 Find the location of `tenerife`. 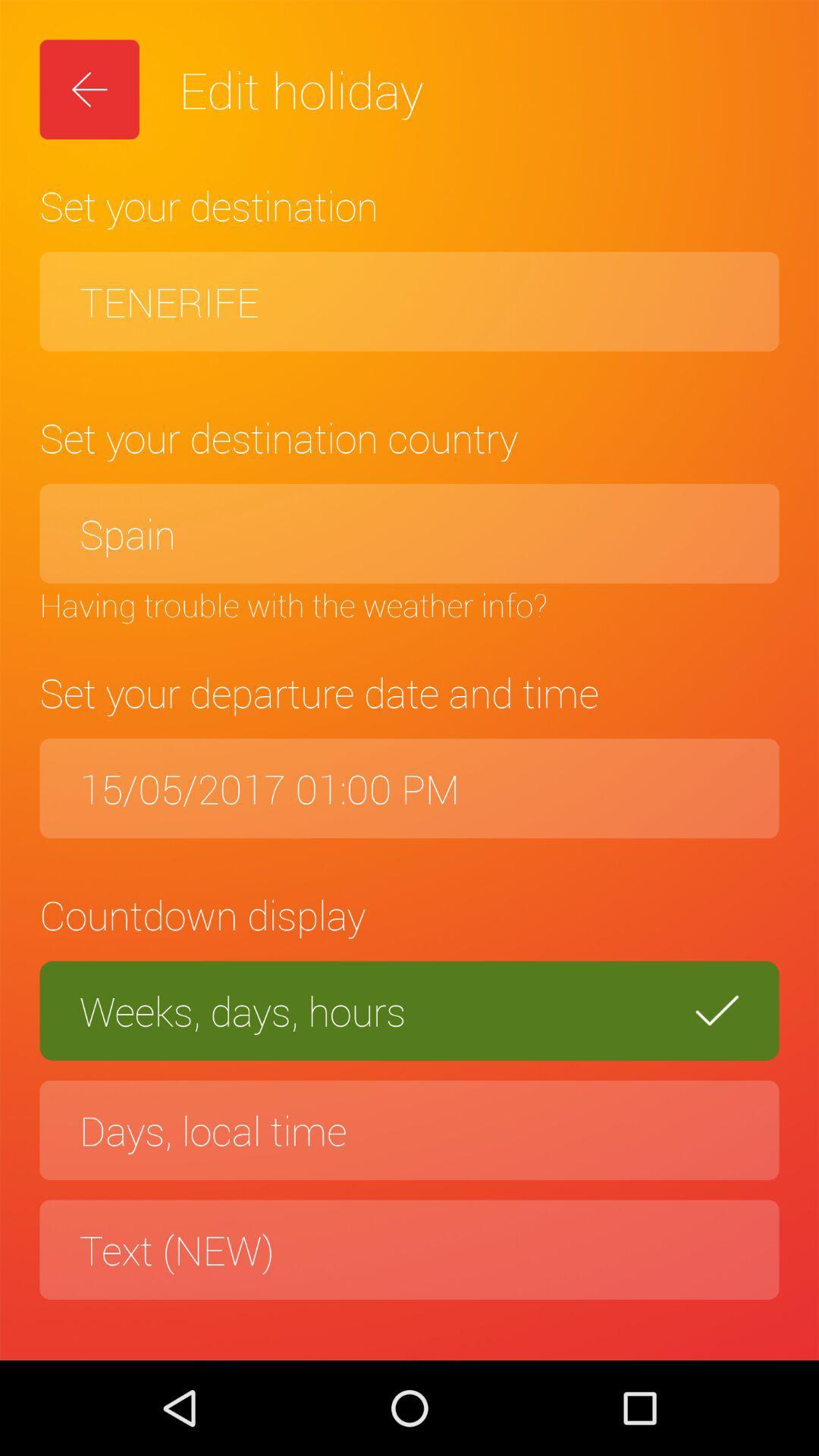

tenerife is located at coordinates (409, 301).